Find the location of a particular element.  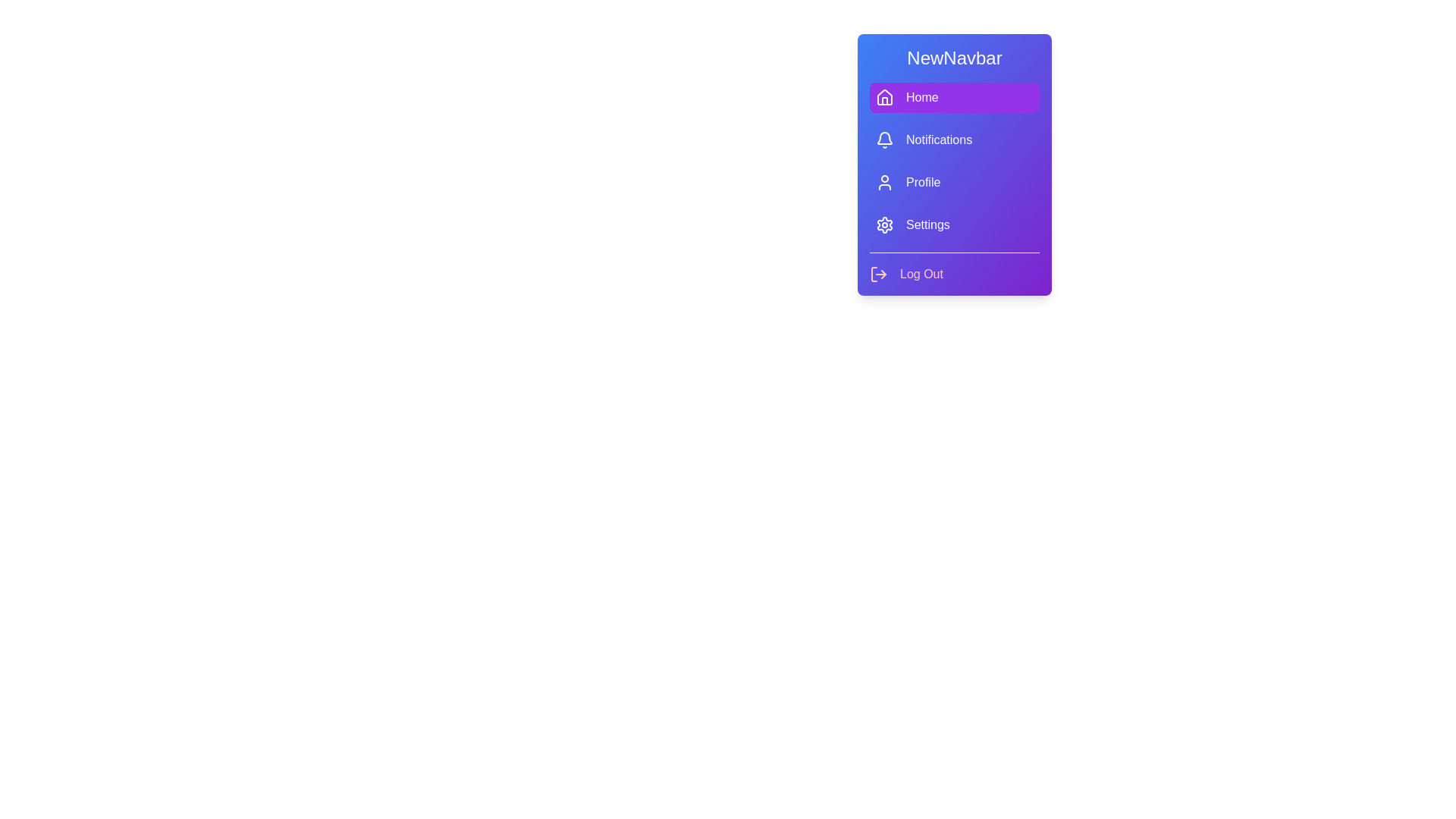

the 'Profile' button in the vertical navigation menu is located at coordinates (953, 181).